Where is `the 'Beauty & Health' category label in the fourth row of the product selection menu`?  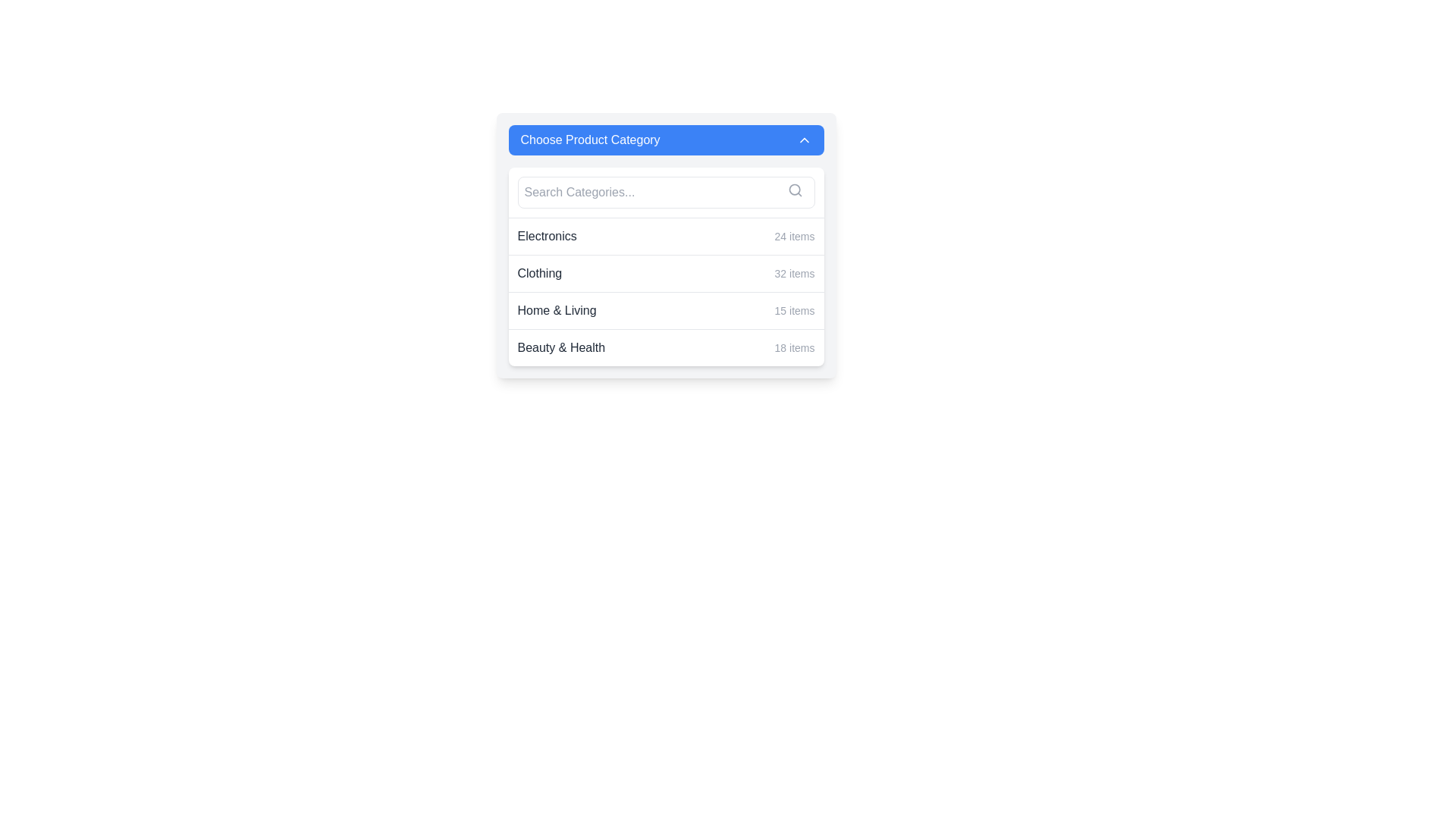
the 'Beauty & Health' category label in the fourth row of the product selection menu is located at coordinates (560, 348).